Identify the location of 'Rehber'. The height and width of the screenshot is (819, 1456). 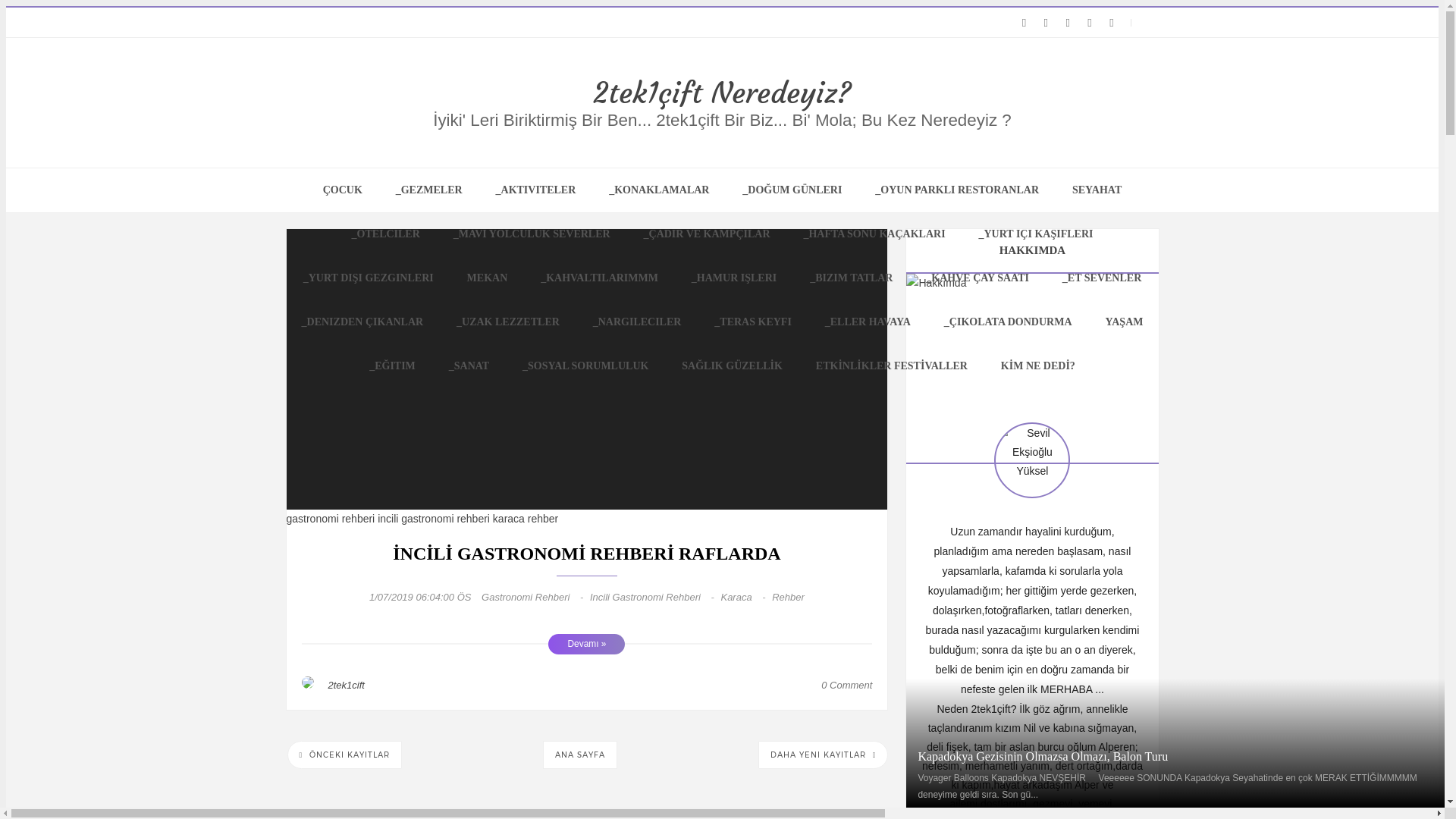
(788, 596).